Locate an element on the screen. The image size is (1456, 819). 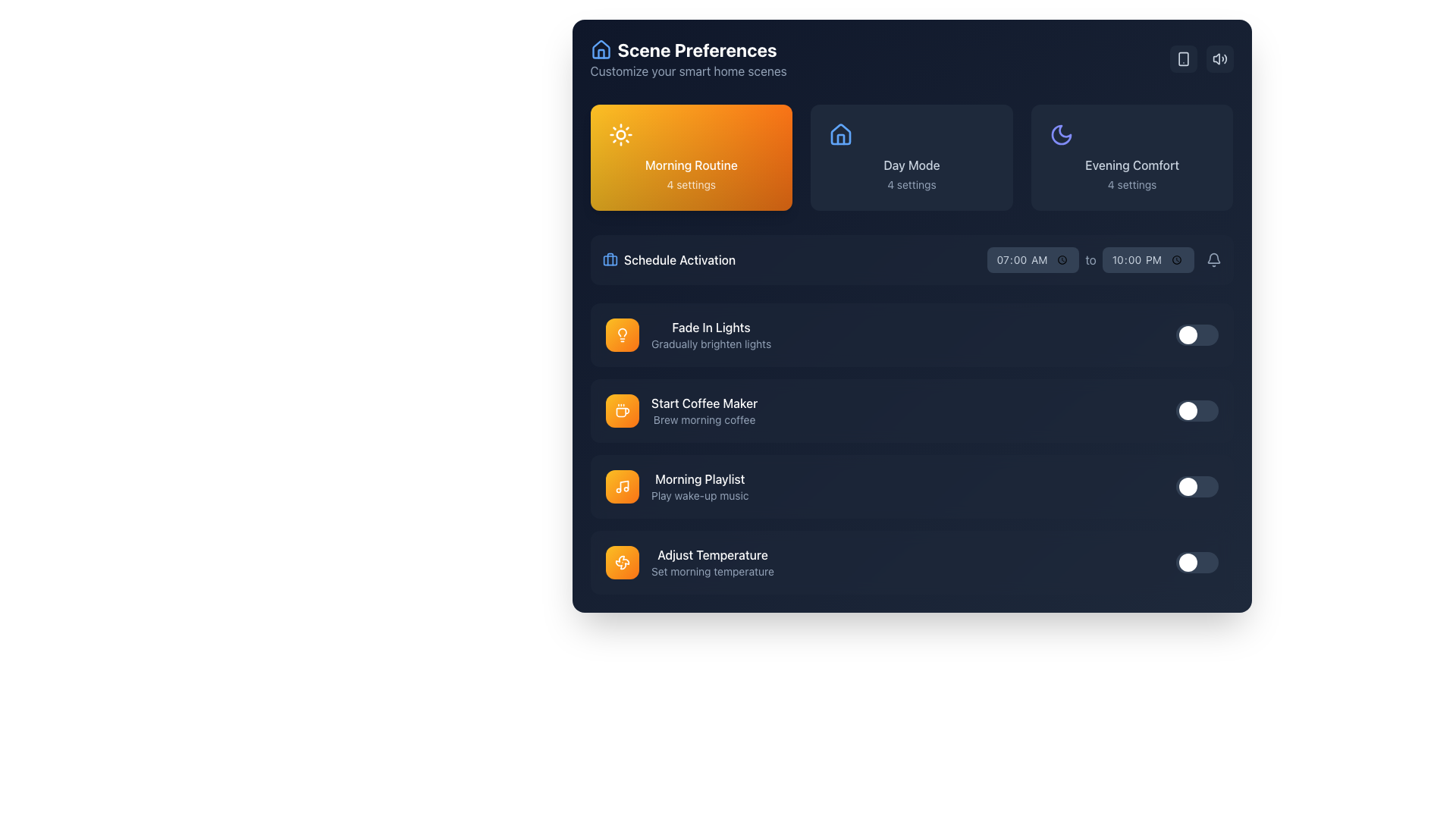
the label that summarizes the action or feature related to the 'Brew morning coffee' functionality, positioned between the 'Fade In Lights' and 'Morning Playlist' cards in the settings interface is located at coordinates (703, 403).